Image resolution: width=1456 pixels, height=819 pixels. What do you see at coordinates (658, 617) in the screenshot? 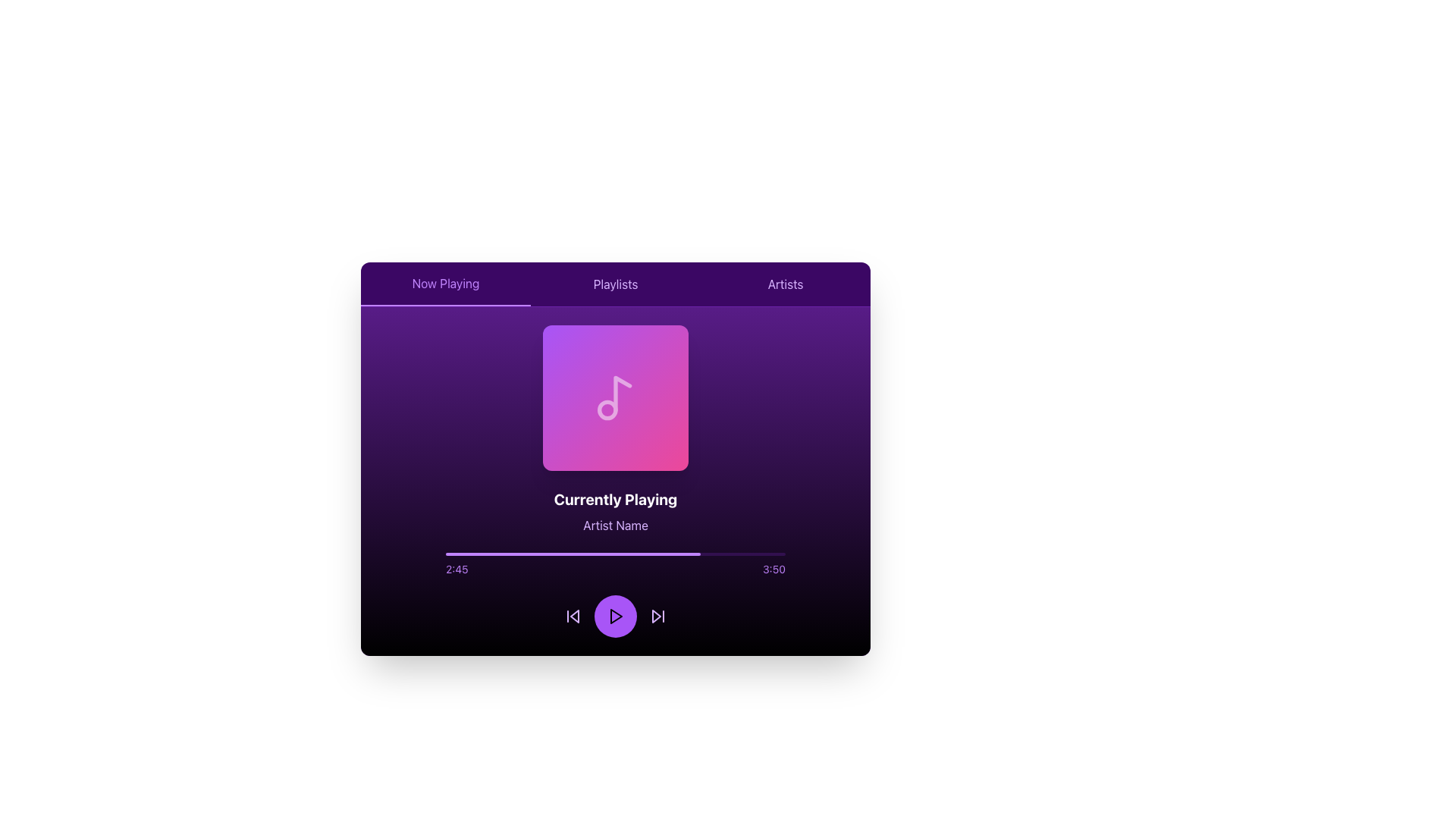
I see `the forward-skip button, which is a purple button with a right-pointing arrow located in the bottom-right corner of the media player interface` at bounding box center [658, 617].